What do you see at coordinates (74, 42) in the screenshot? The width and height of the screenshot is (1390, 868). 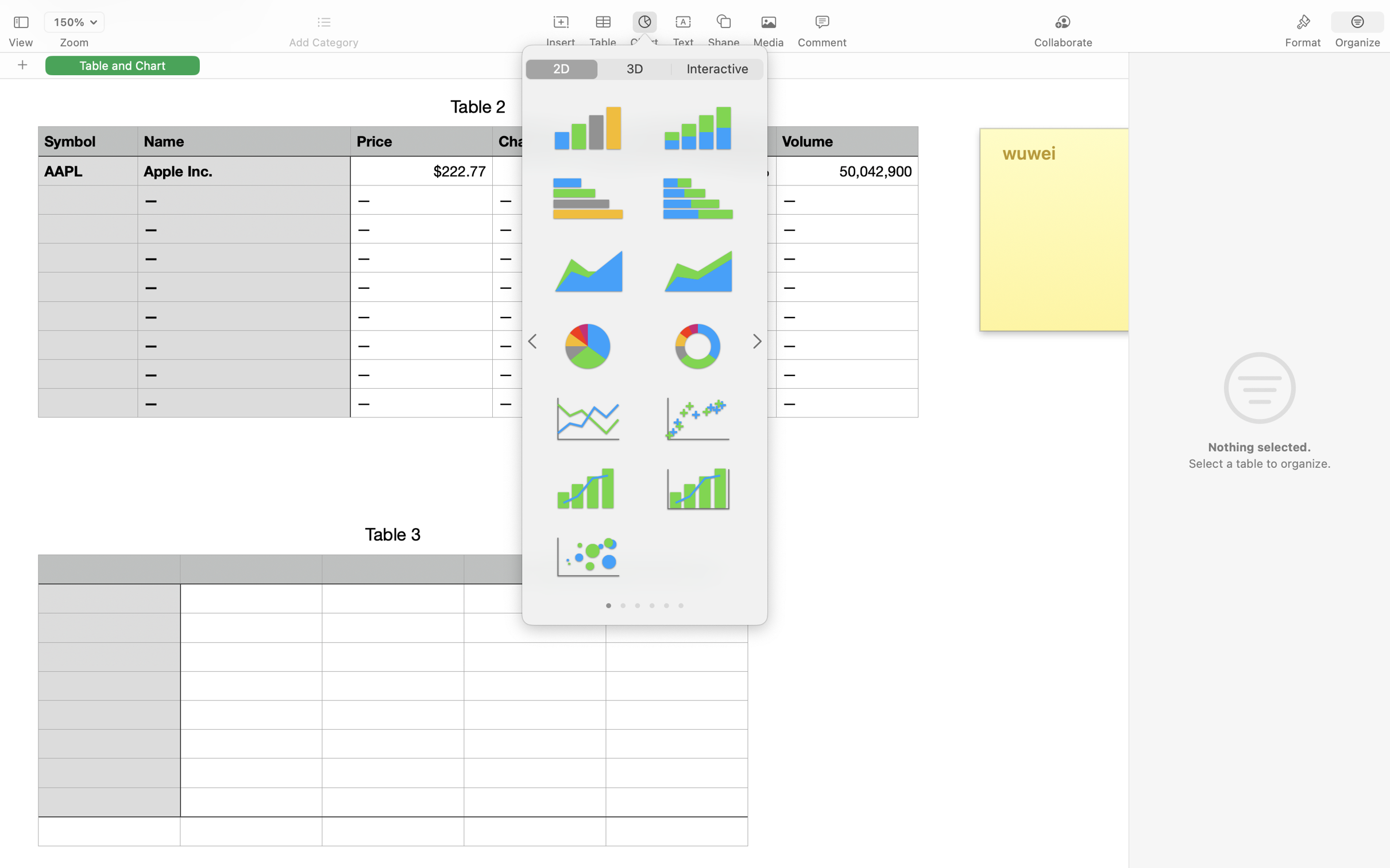 I see `'Zoom'` at bounding box center [74, 42].